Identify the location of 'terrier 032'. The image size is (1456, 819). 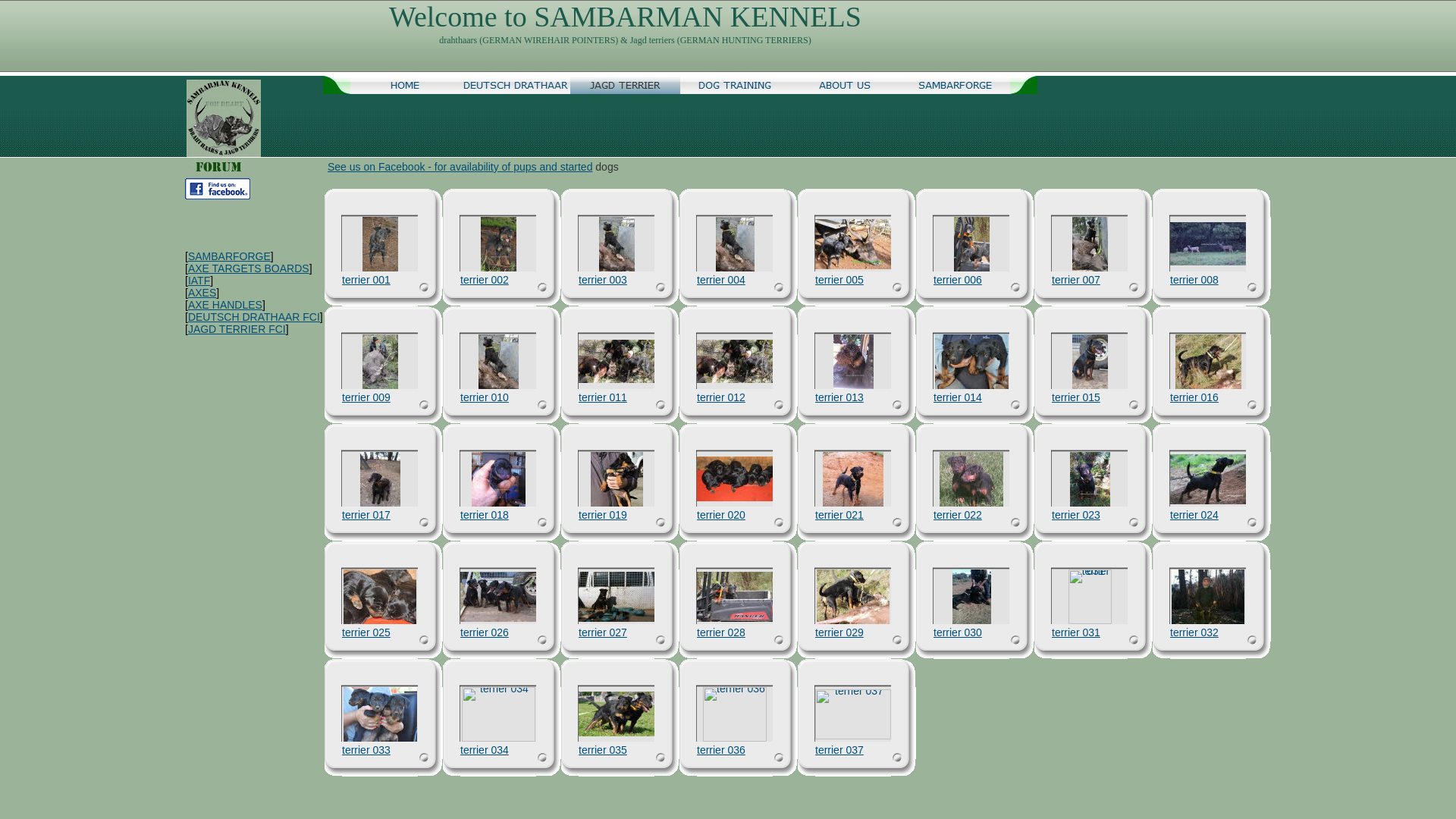
(1193, 632).